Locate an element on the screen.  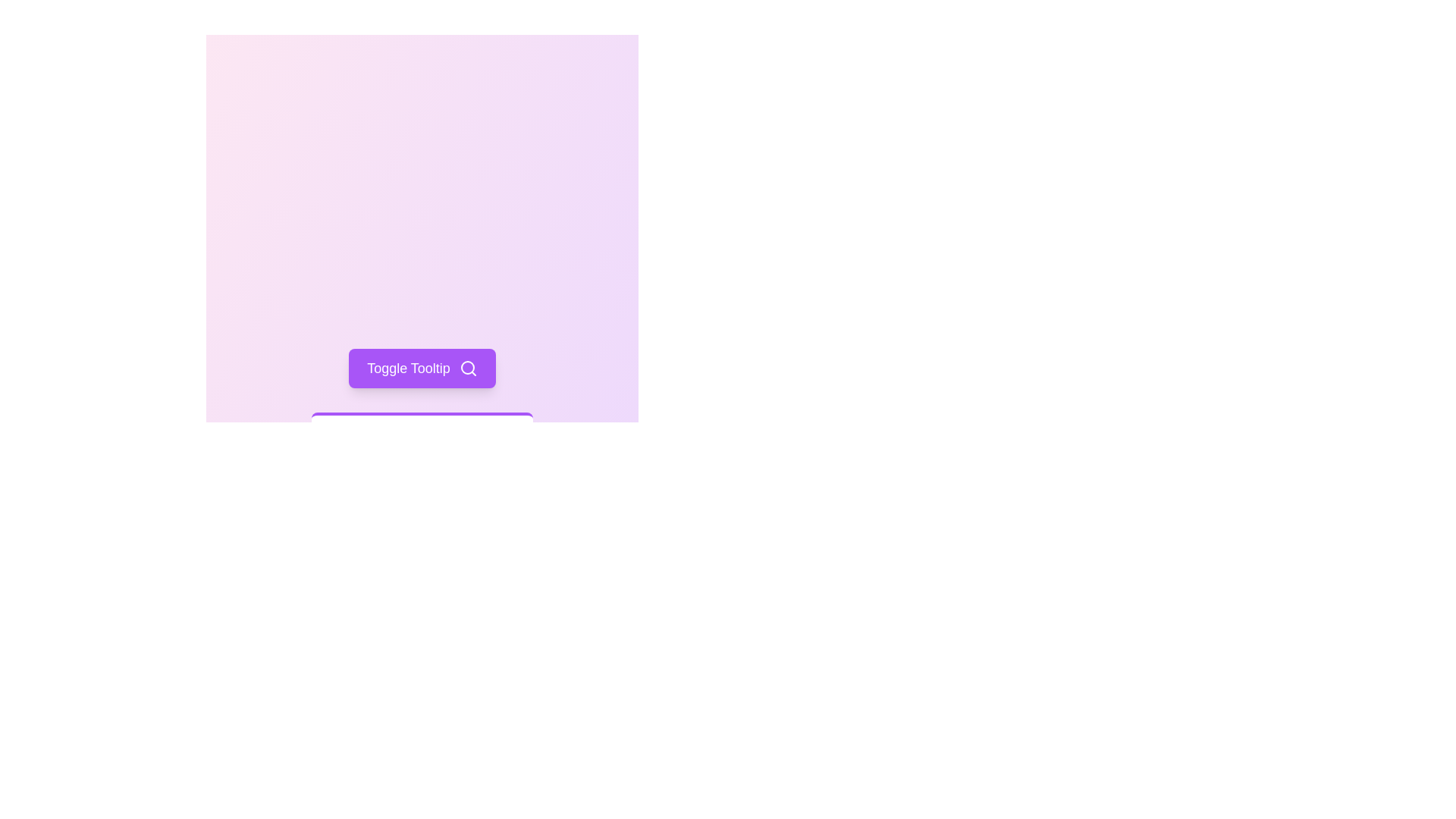
the white magnifying glass icon located within the purple 'Toggle Tooltip' button, which is positioned to the right of the text is located at coordinates (467, 369).